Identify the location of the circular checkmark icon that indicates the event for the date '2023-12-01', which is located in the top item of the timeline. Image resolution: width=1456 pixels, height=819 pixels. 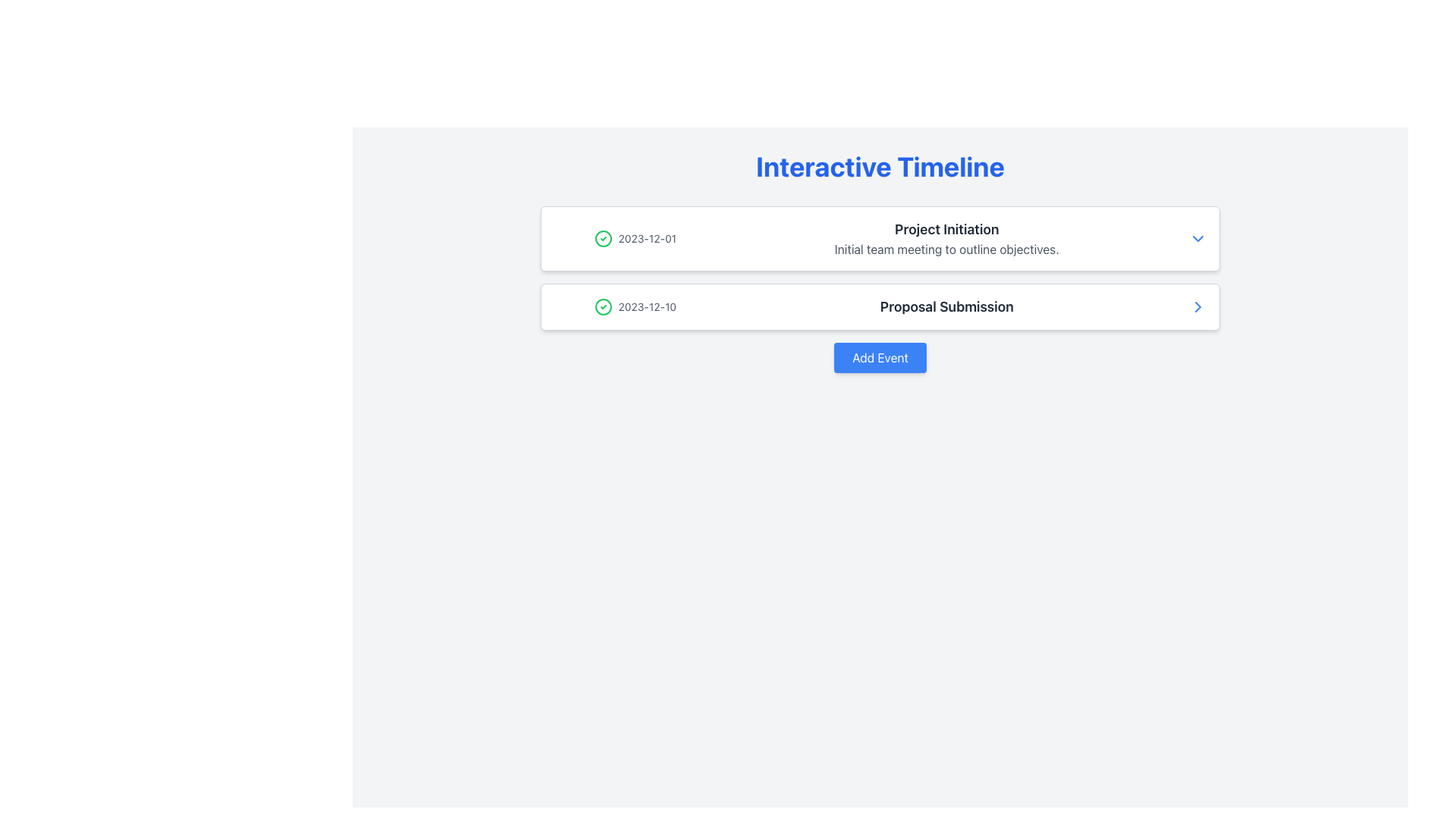
(602, 239).